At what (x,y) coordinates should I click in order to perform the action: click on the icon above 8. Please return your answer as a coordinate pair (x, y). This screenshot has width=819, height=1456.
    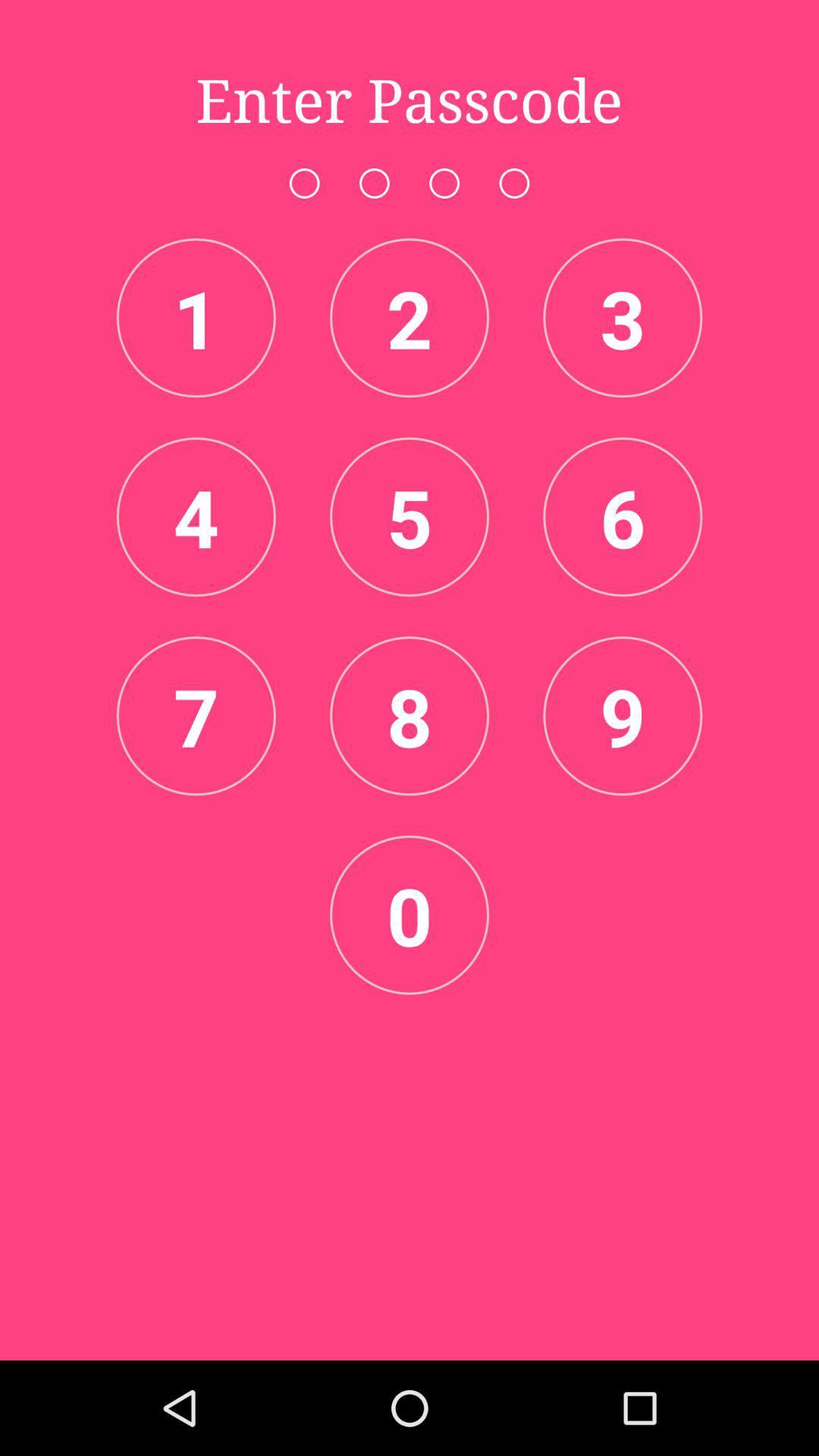
    Looking at the image, I should click on (409, 516).